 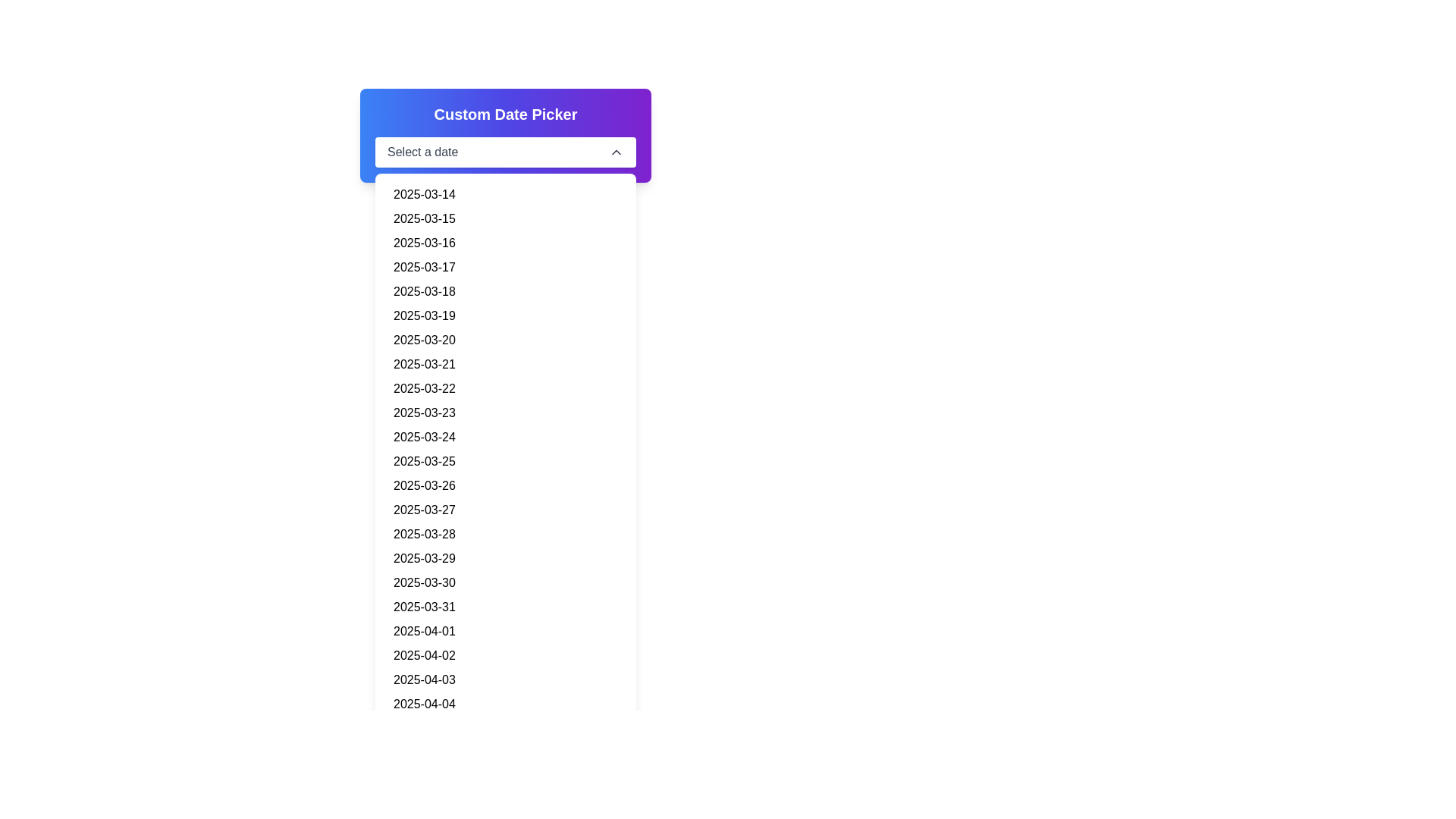 What do you see at coordinates (506, 534) in the screenshot?
I see `the selectable date '2025-03-28' in the dropdown list of the date picker widget` at bounding box center [506, 534].